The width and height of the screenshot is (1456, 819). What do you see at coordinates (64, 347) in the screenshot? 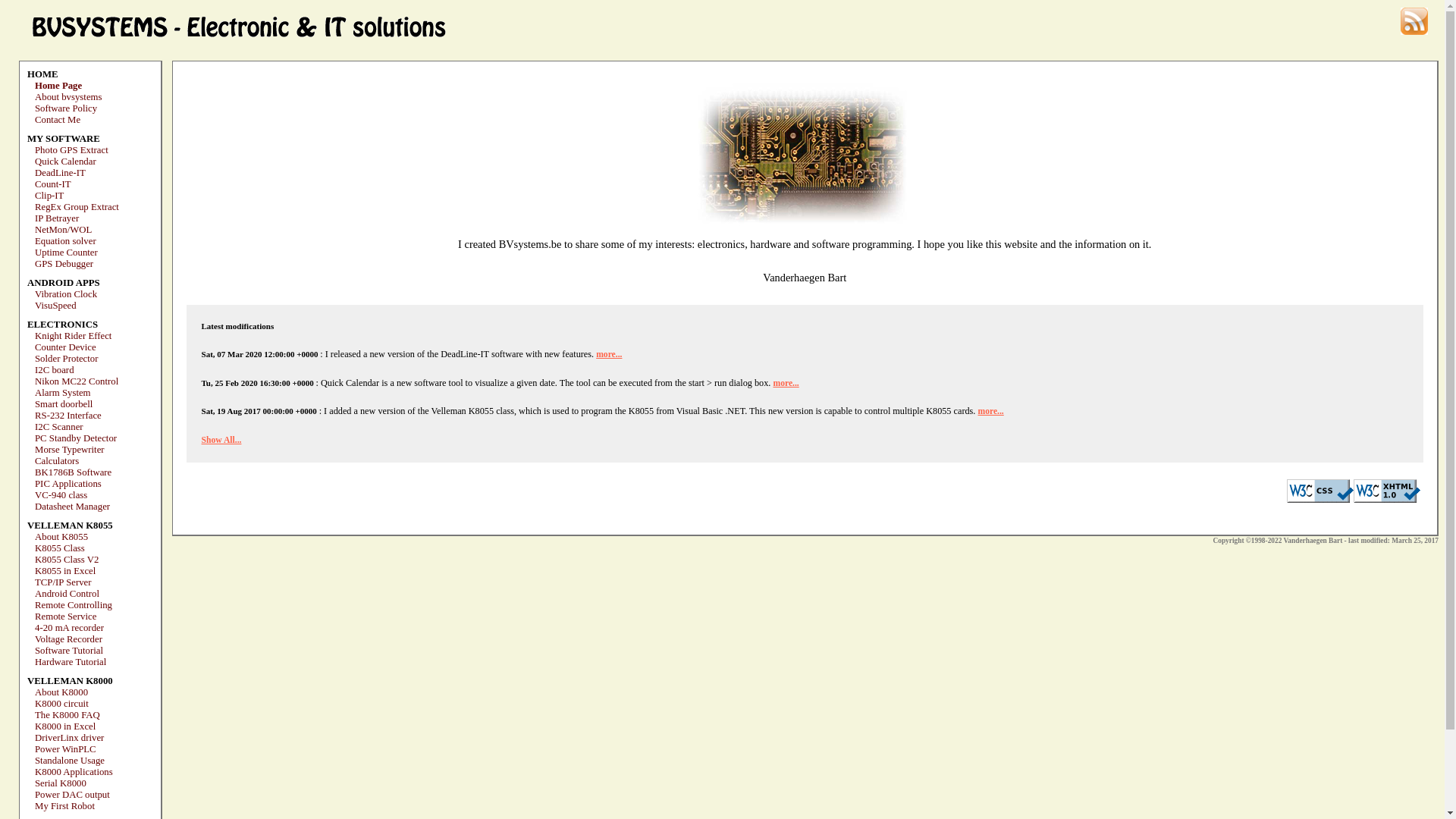
I see `'Counter Device'` at bounding box center [64, 347].